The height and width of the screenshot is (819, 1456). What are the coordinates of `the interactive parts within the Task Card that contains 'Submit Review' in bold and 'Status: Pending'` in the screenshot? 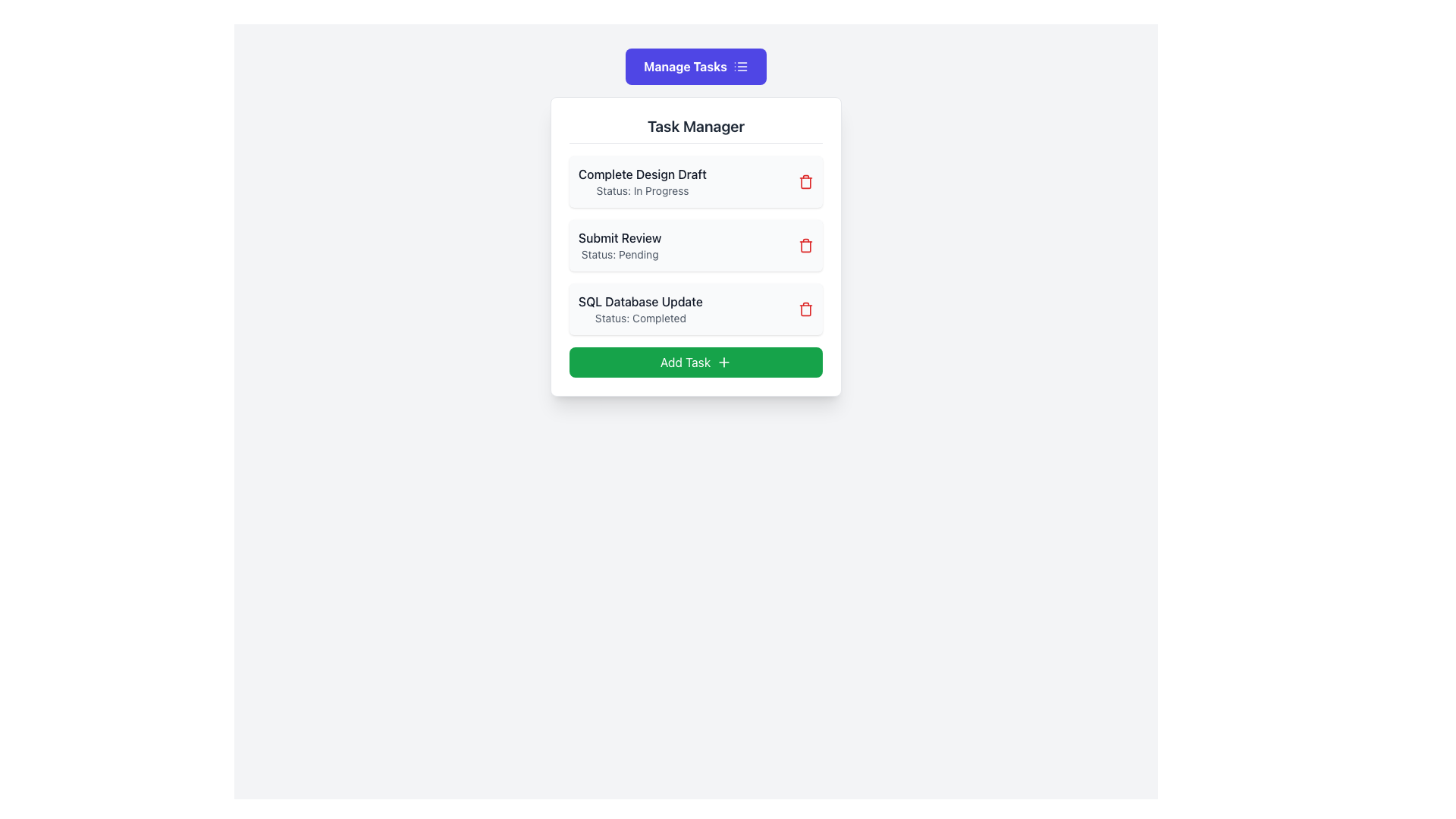 It's located at (695, 245).